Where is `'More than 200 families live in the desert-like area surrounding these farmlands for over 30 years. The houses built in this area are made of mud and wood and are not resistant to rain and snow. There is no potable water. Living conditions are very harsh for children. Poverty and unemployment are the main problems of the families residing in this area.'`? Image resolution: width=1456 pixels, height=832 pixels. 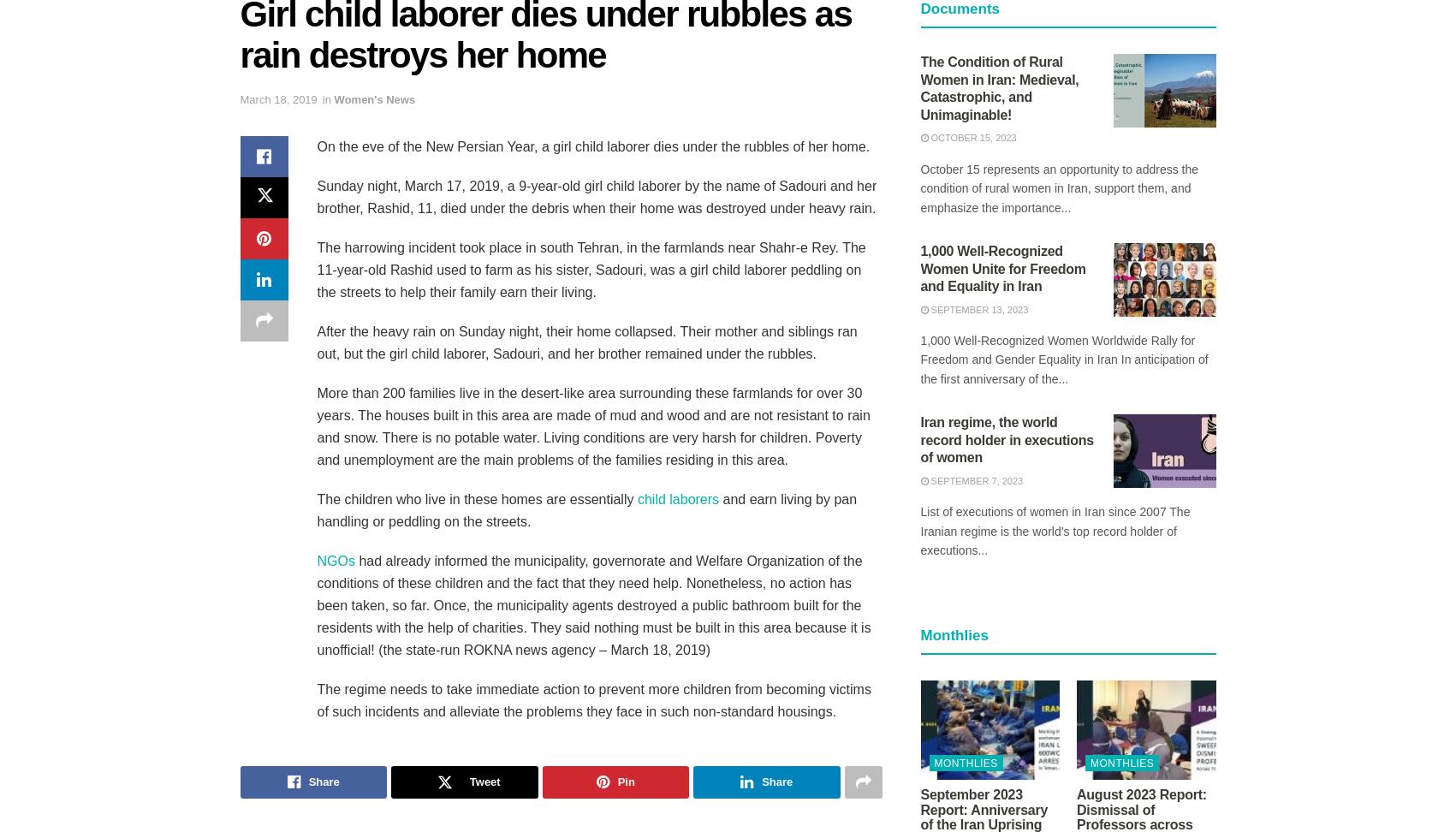
'More than 200 families live in the desert-like area surrounding these farmlands for over 30 years. The houses built in this area are made of mud and wood and are not resistant to rain and snow. There is no potable water. Living conditions are very harsh for children. Poverty and unemployment are the main problems of the families residing in this area.' is located at coordinates (591, 425).